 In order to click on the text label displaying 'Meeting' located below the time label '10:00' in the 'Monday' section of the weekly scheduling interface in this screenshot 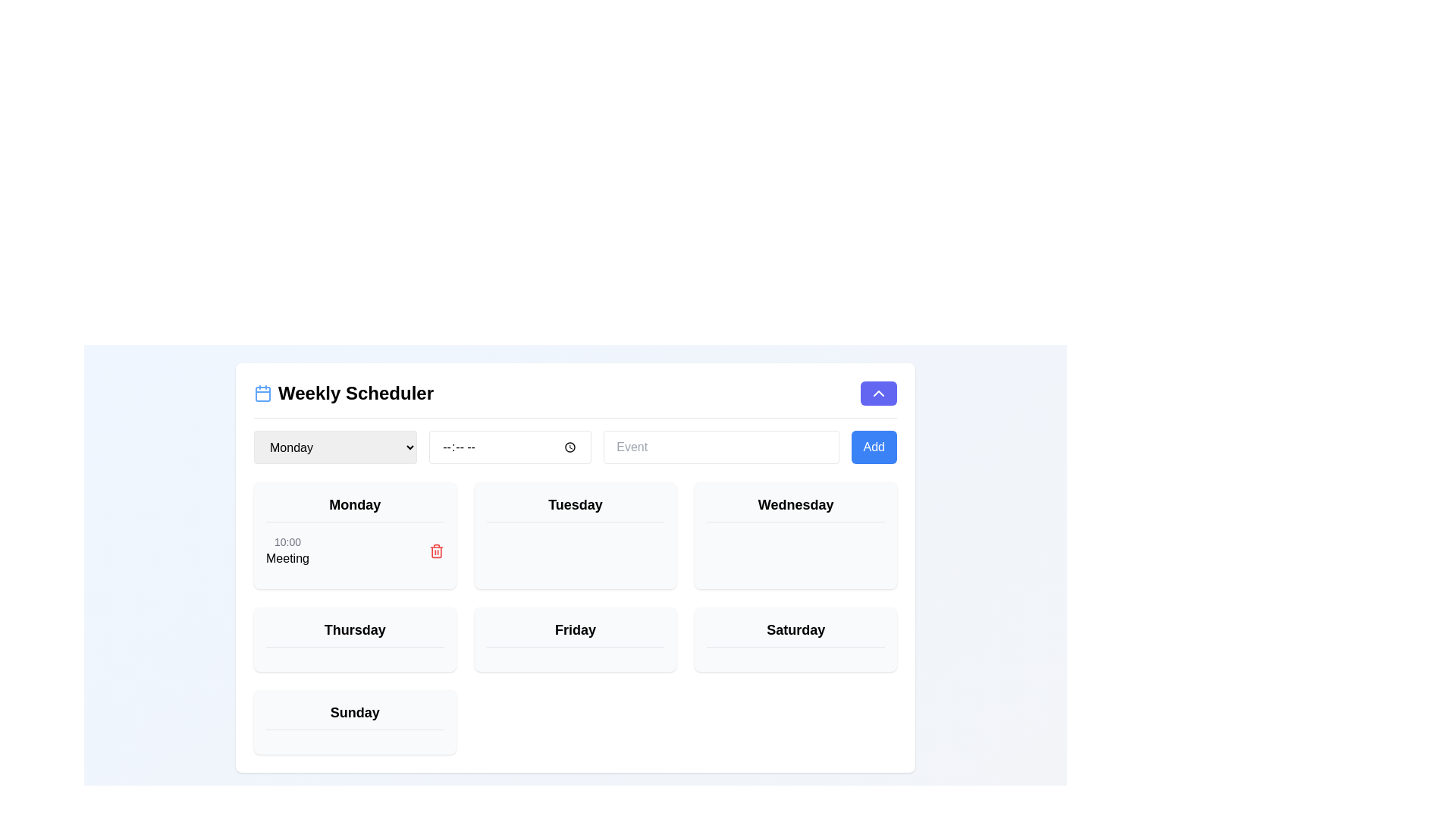, I will do `click(287, 558)`.